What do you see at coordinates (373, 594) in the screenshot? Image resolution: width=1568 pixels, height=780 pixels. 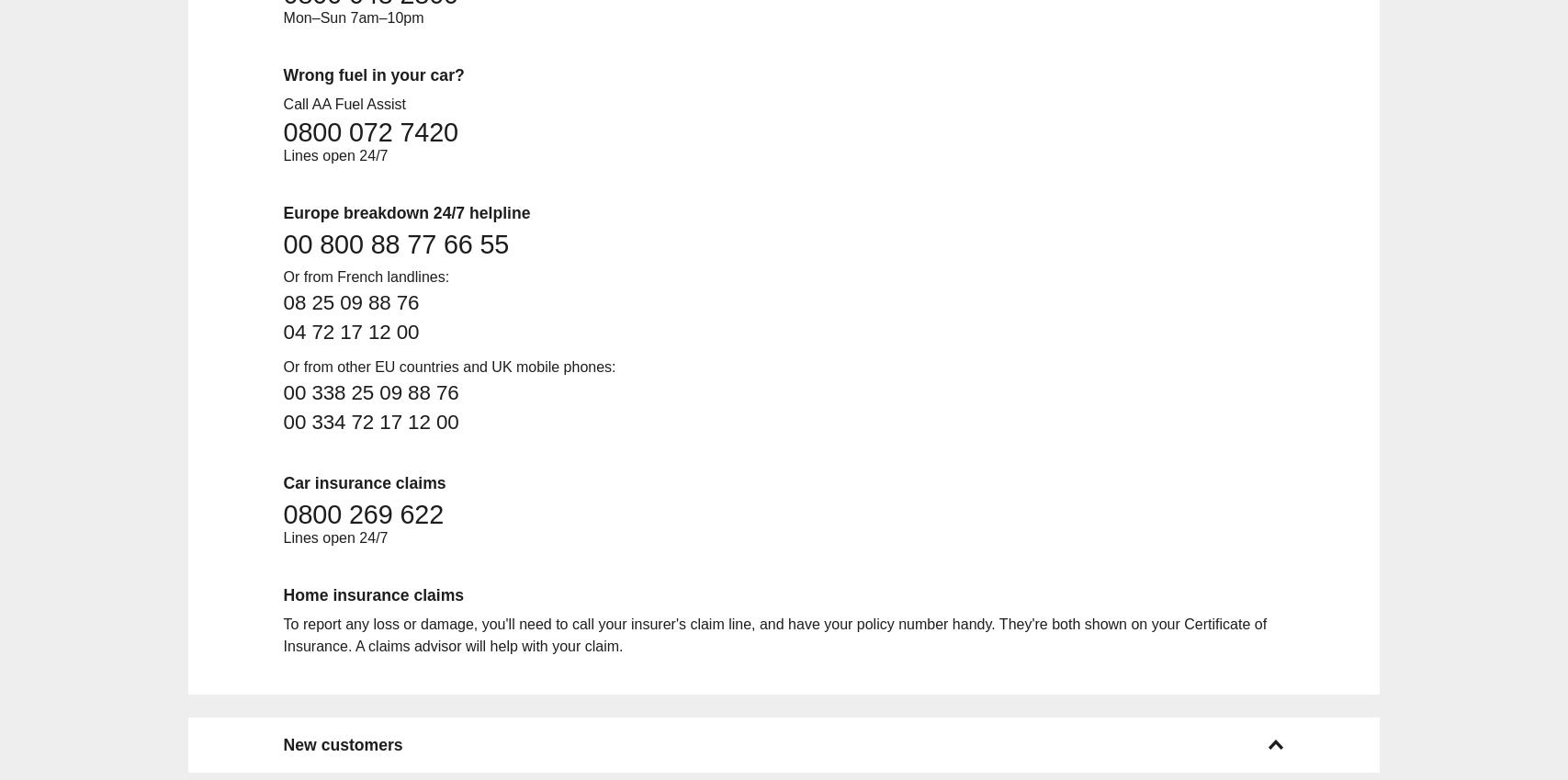 I see `'Home insurance claims'` at bounding box center [373, 594].